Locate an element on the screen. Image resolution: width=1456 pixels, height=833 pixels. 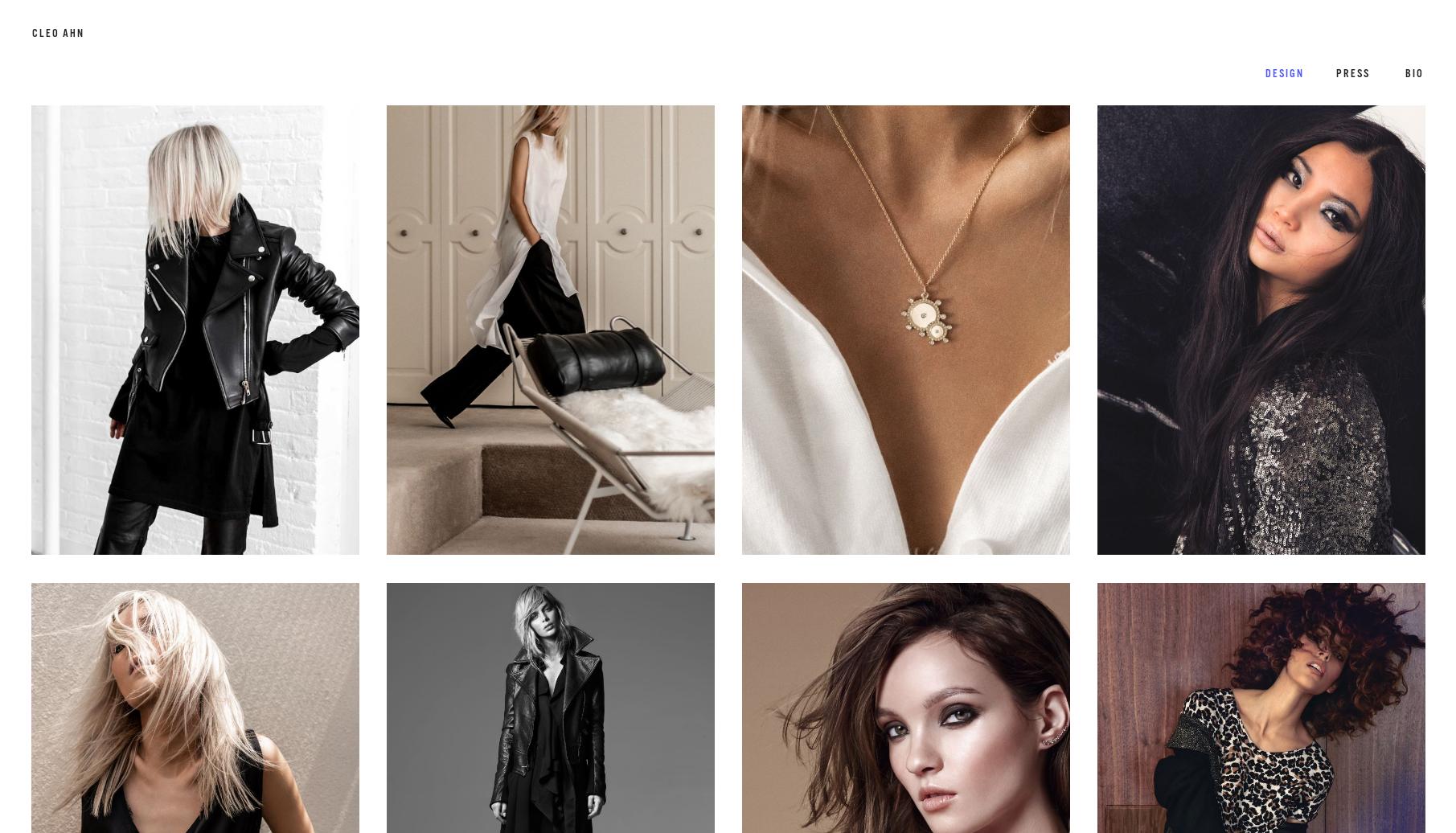
'18K Gold and Diamonds' is located at coordinates (836, 362).